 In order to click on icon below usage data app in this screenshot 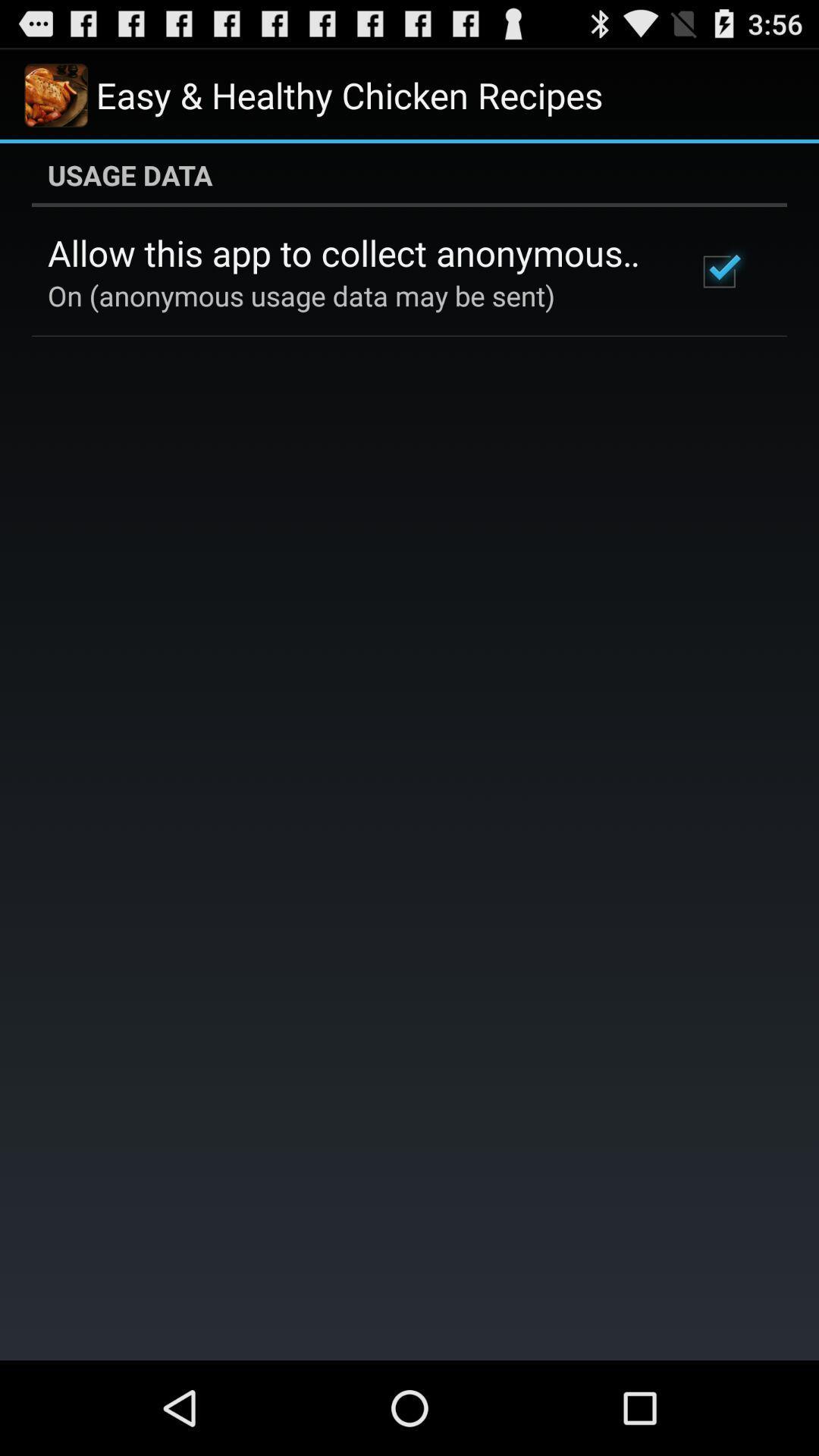, I will do `click(351, 253)`.